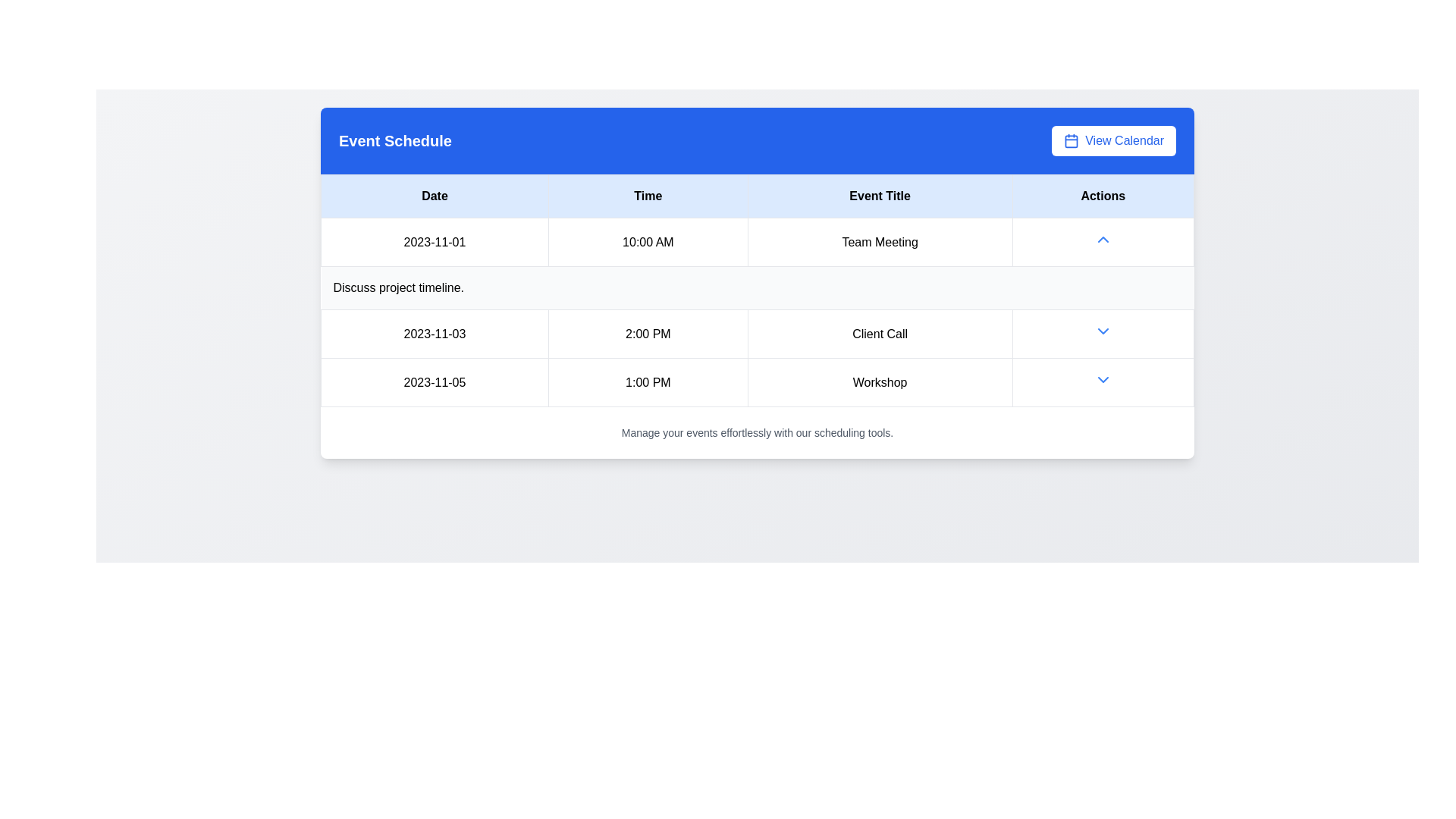 The height and width of the screenshot is (819, 1456). What do you see at coordinates (1071, 140) in the screenshot?
I see `the calendar icon styled as an SVG graphic, which has a minimalistic line design and is located to the left of the 'View Calendar' label in the button at the top-right corner of the interface` at bounding box center [1071, 140].